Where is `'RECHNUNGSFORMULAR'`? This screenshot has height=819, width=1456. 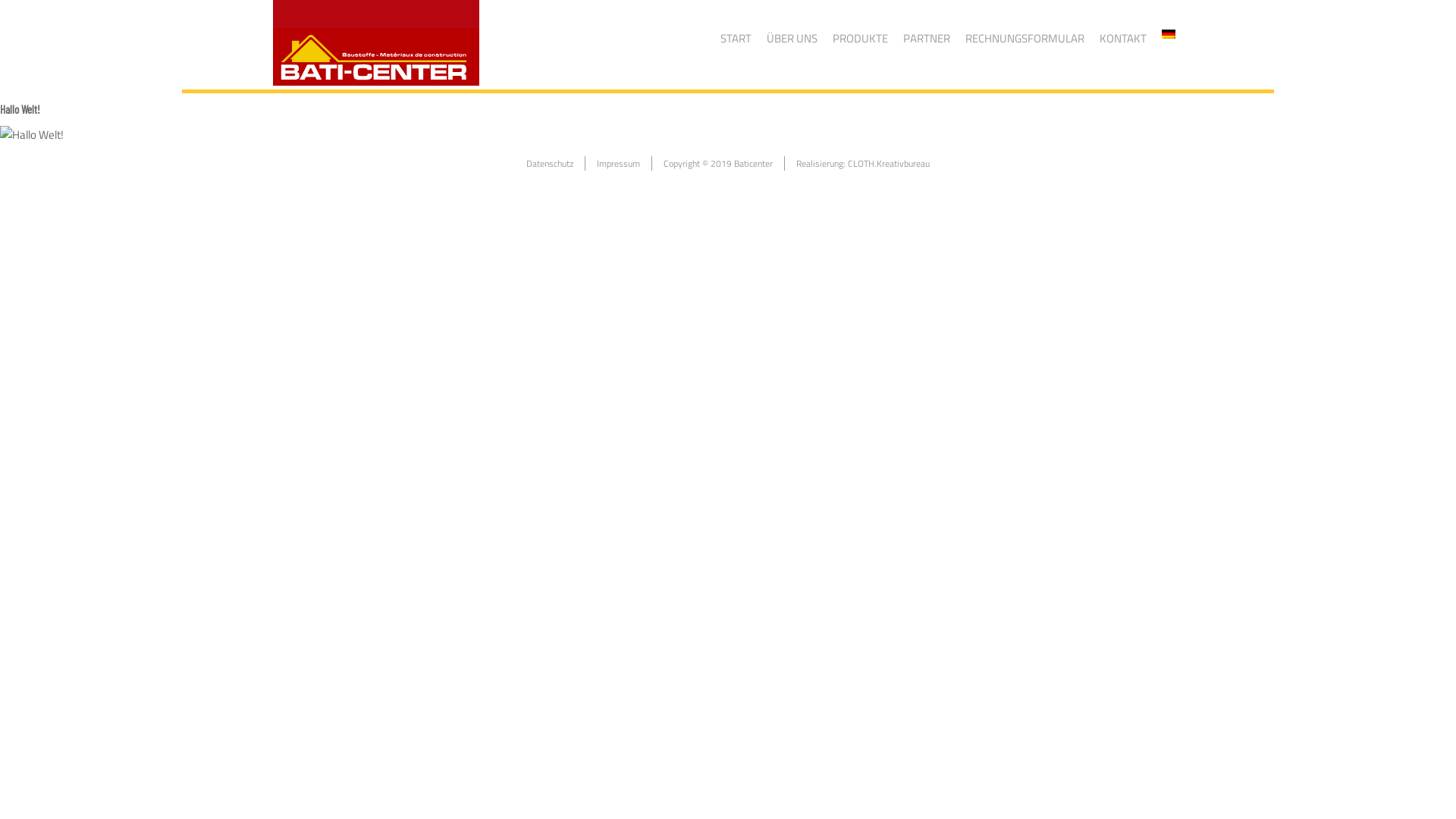
'RECHNUNGSFORMULAR' is located at coordinates (1025, 36).